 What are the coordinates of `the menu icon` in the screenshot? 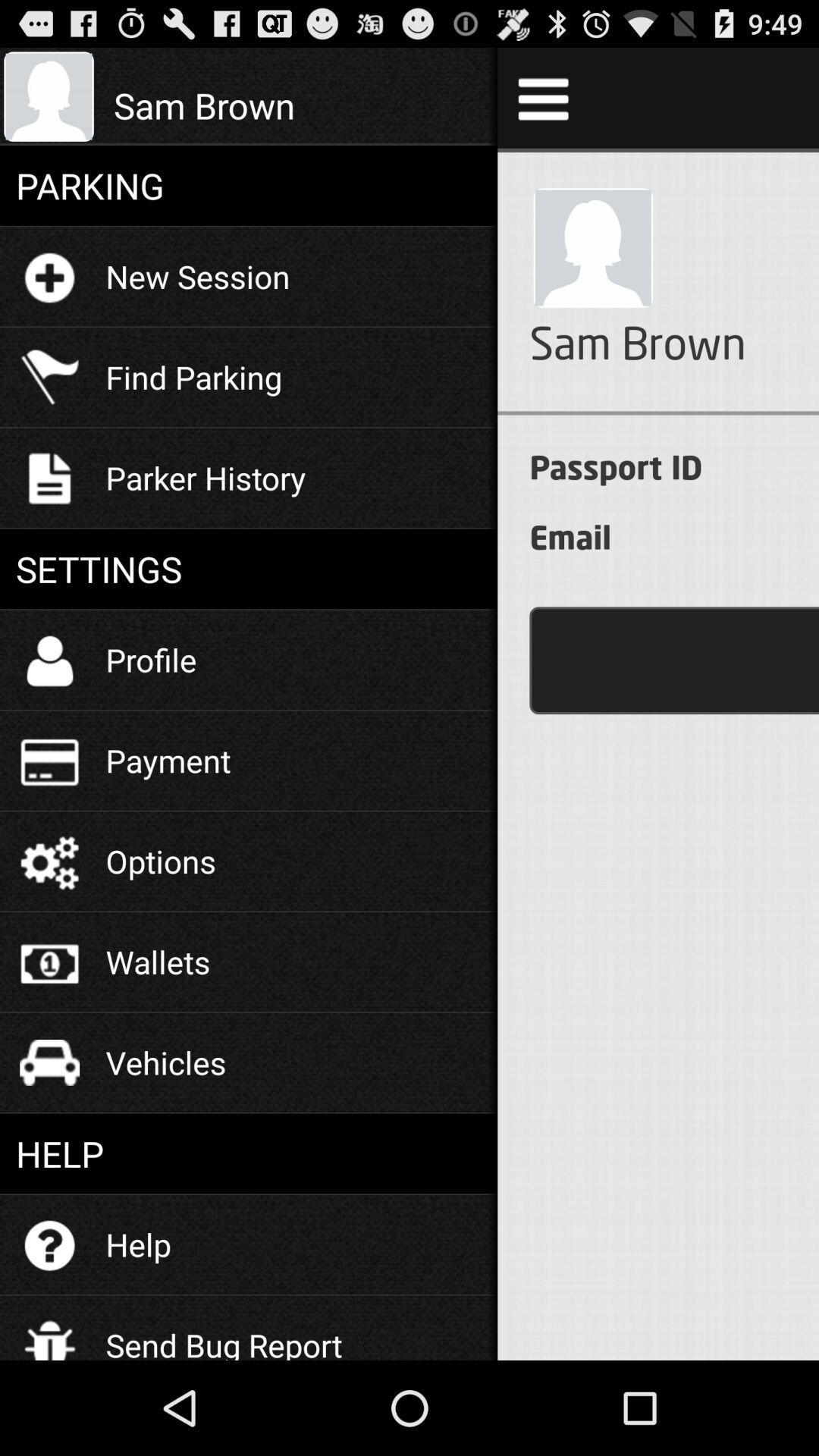 It's located at (542, 104).